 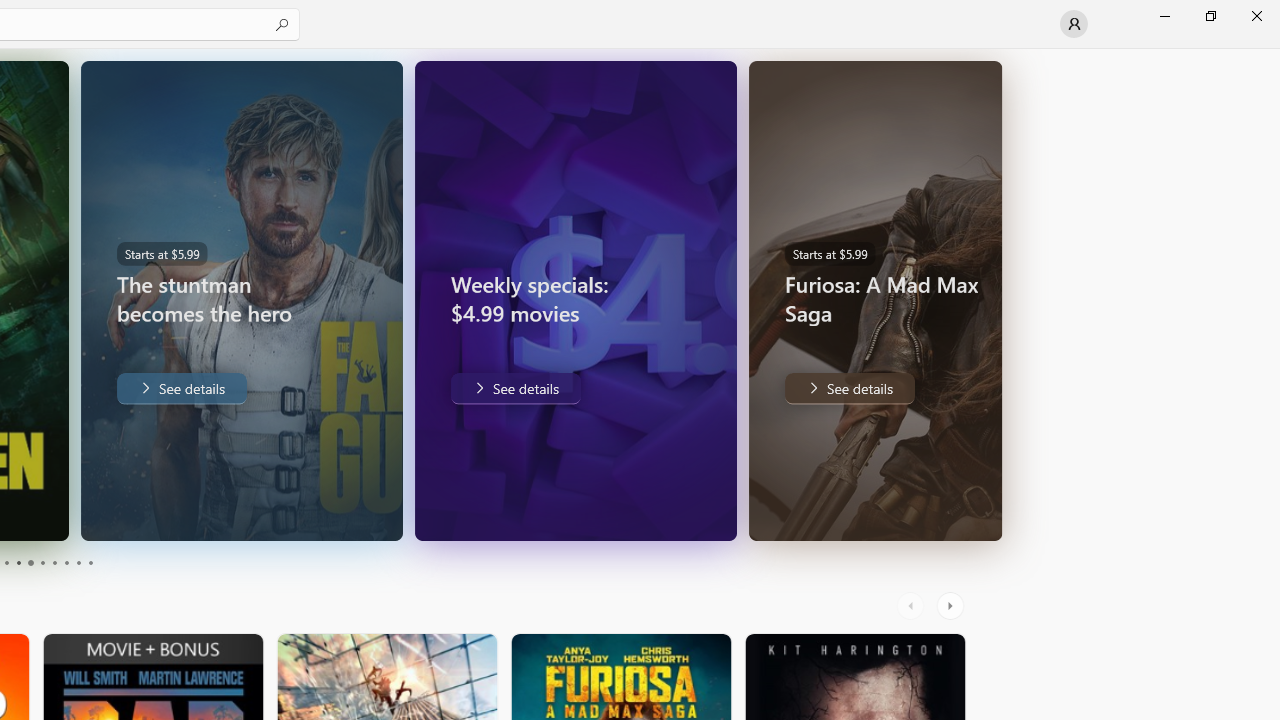 I want to click on 'Page 5', so click(x=30, y=563).